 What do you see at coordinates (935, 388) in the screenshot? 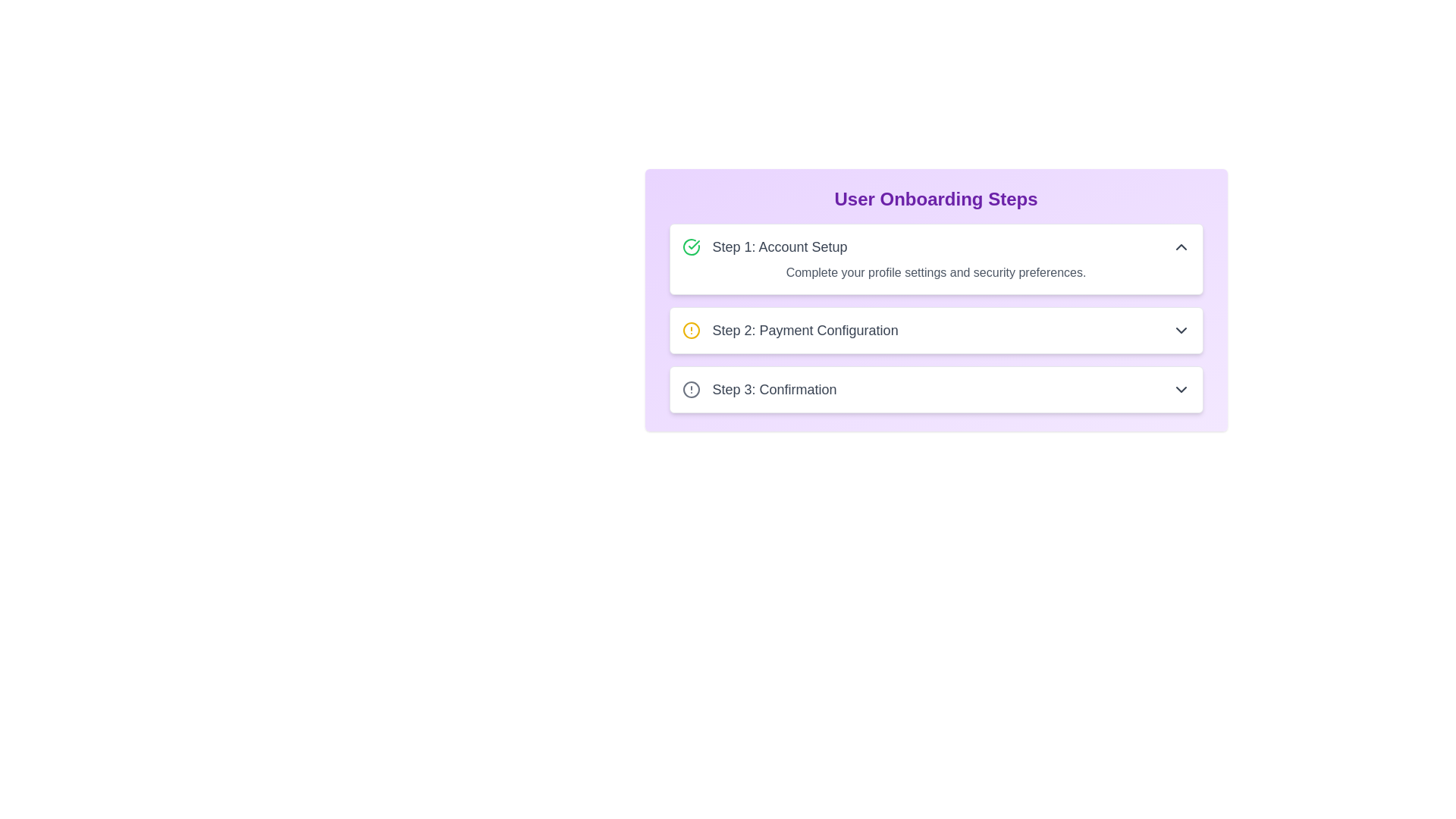
I see `the 'Step 3: Confirmation' collapsible list item` at bounding box center [935, 388].